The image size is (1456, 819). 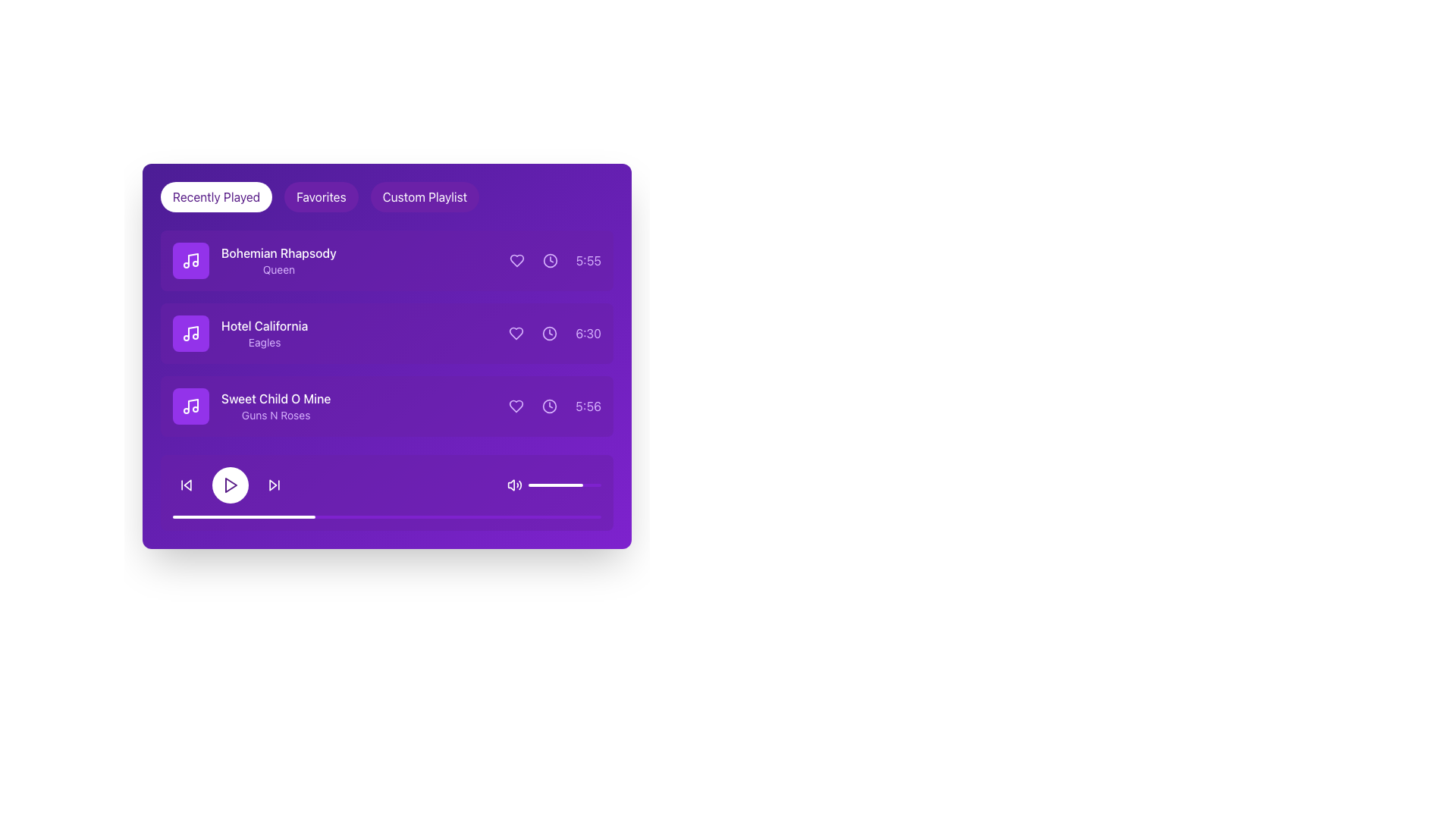 I want to click on the music-themed icon representing the song 'Hotel California' by 'Eagles' in the list of songs, so click(x=190, y=332).